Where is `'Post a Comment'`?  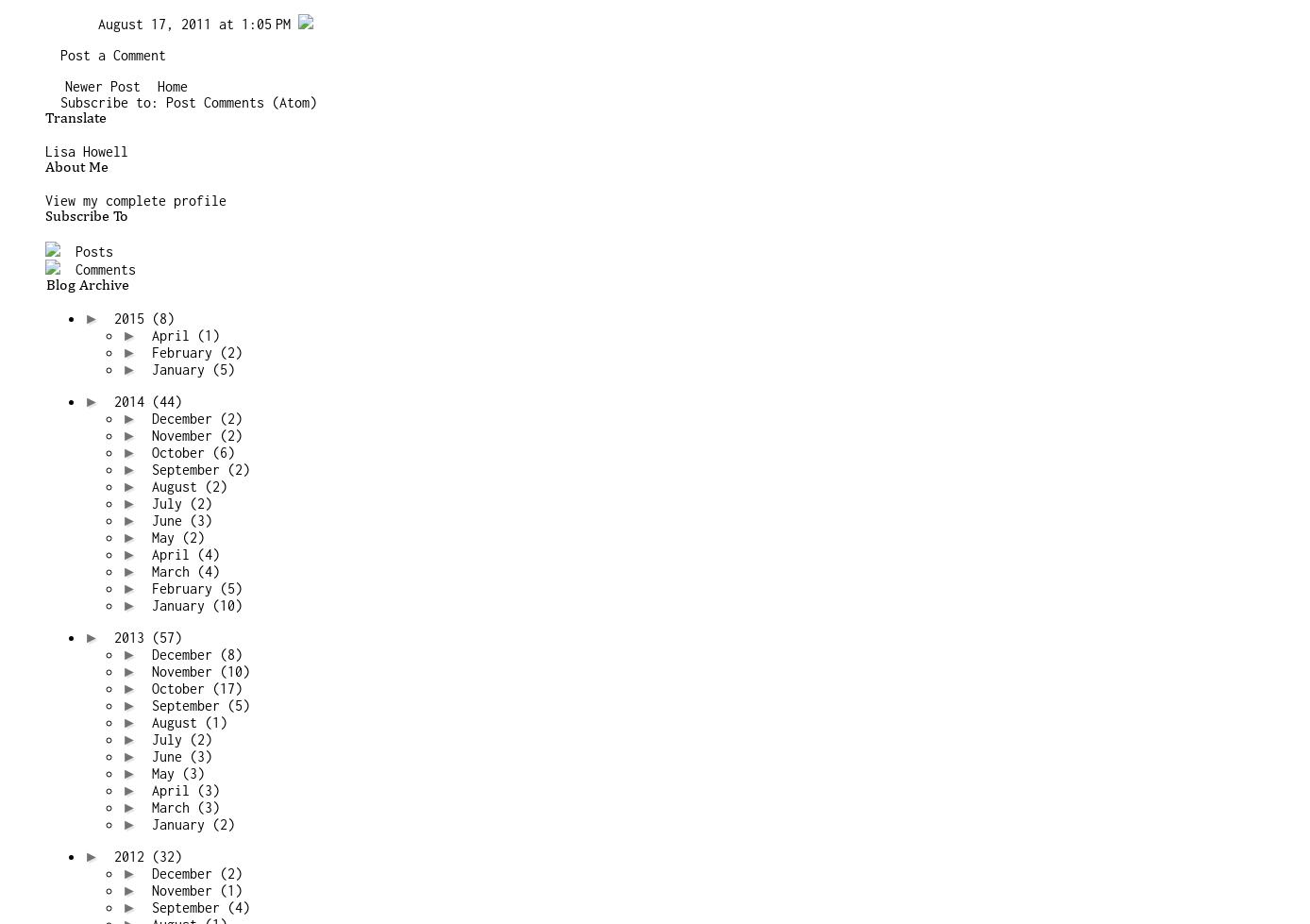 'Post a Comment' is located at coordinates (113, 55).